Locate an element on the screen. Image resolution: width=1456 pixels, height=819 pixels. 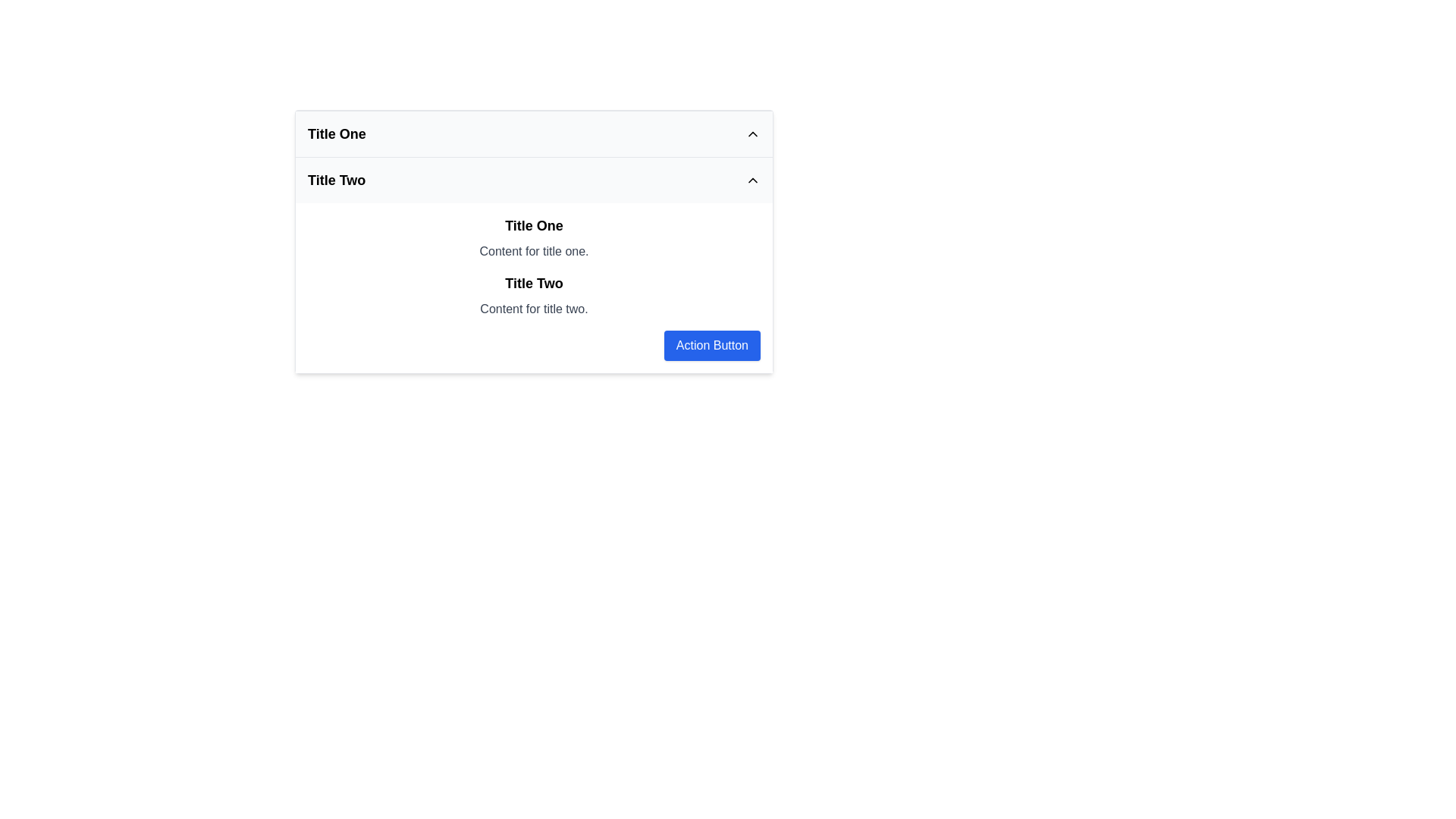
the upward chevron icon located in the top-right area of the 'Title One' section is located at coordinates (753, 133).